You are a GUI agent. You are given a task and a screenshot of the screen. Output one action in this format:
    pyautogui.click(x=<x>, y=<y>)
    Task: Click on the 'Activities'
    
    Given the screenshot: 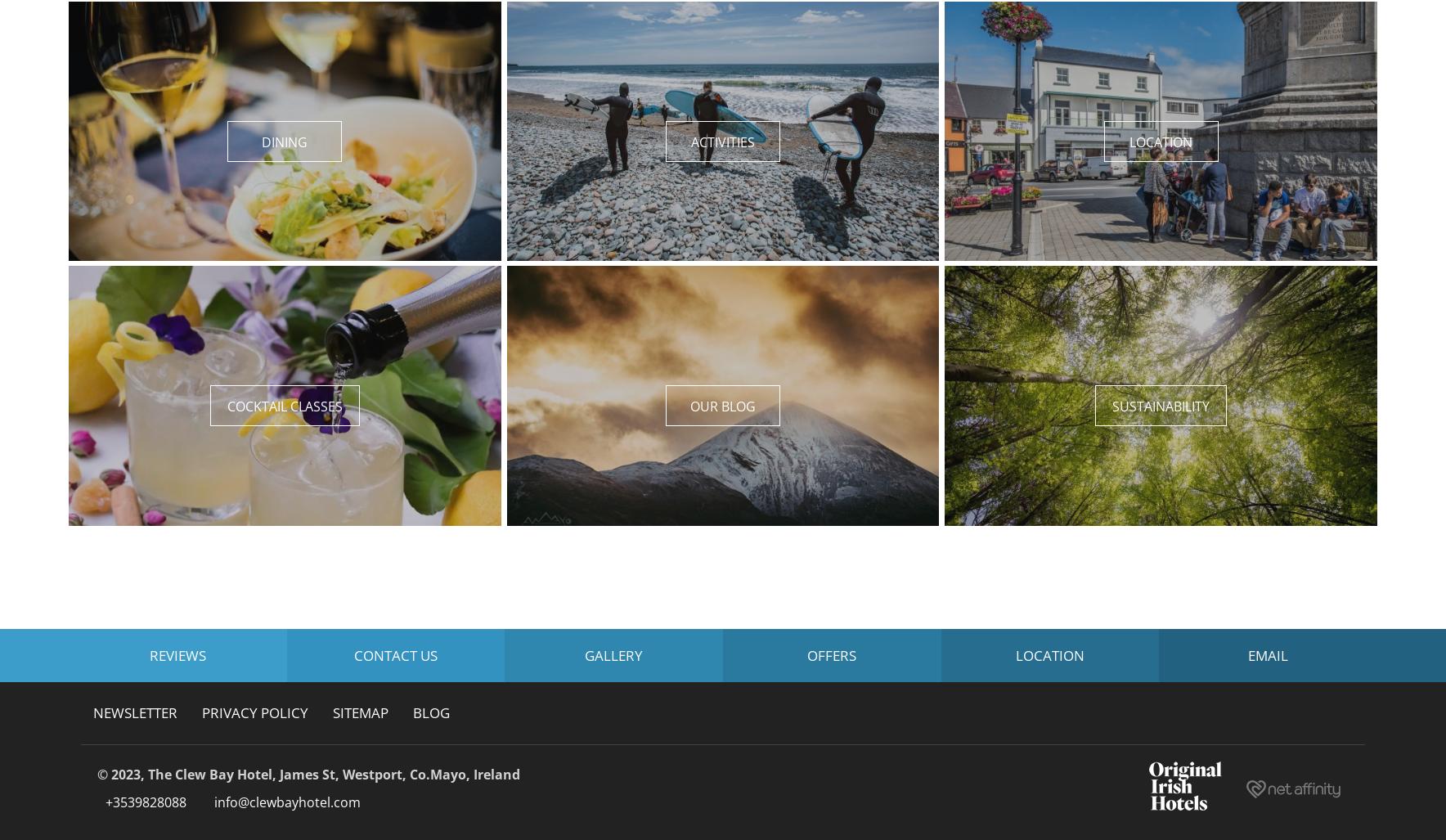 What is the action you would take?
    pyautogui.click(x=721, y=141)
    